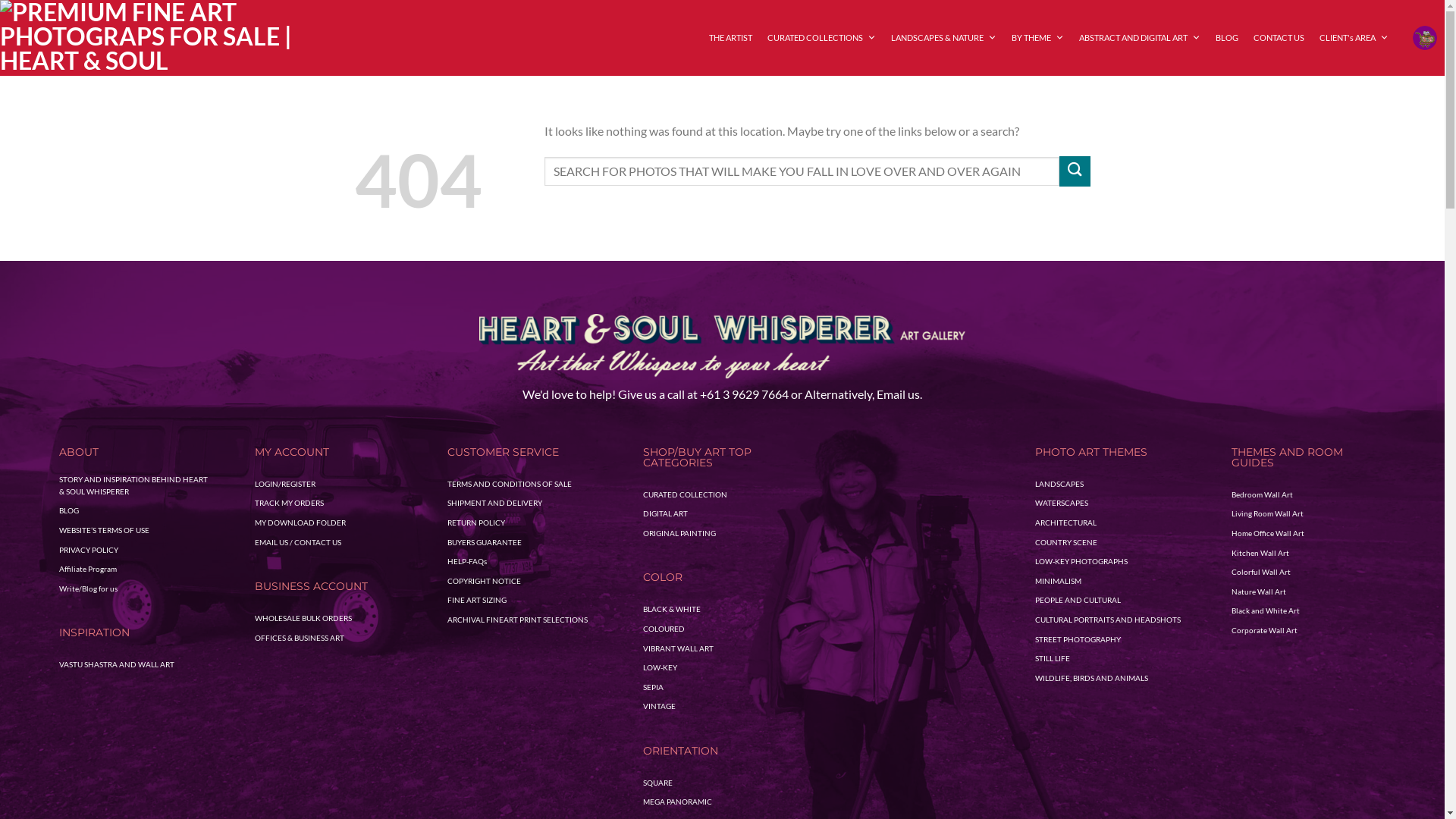 The height and width of the screenshot is (819, 1456). Describe the element at coordinates (1090, 677) in the screenshot. I see `'WILDLIFE, BIRDS AND ANIMALS'` at that location.